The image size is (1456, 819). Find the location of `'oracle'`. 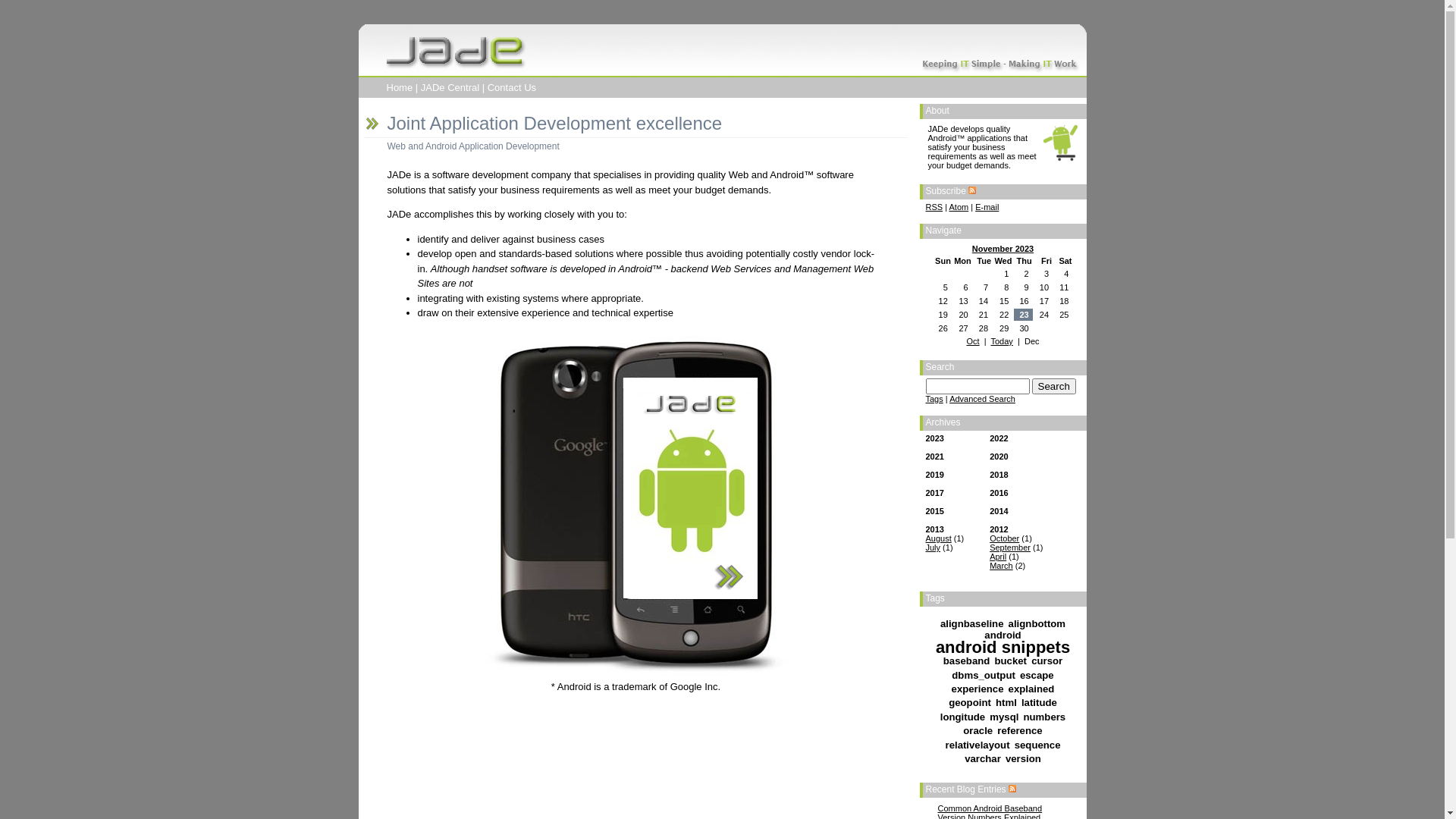

'oracle' is located at coordinates (977, 730).